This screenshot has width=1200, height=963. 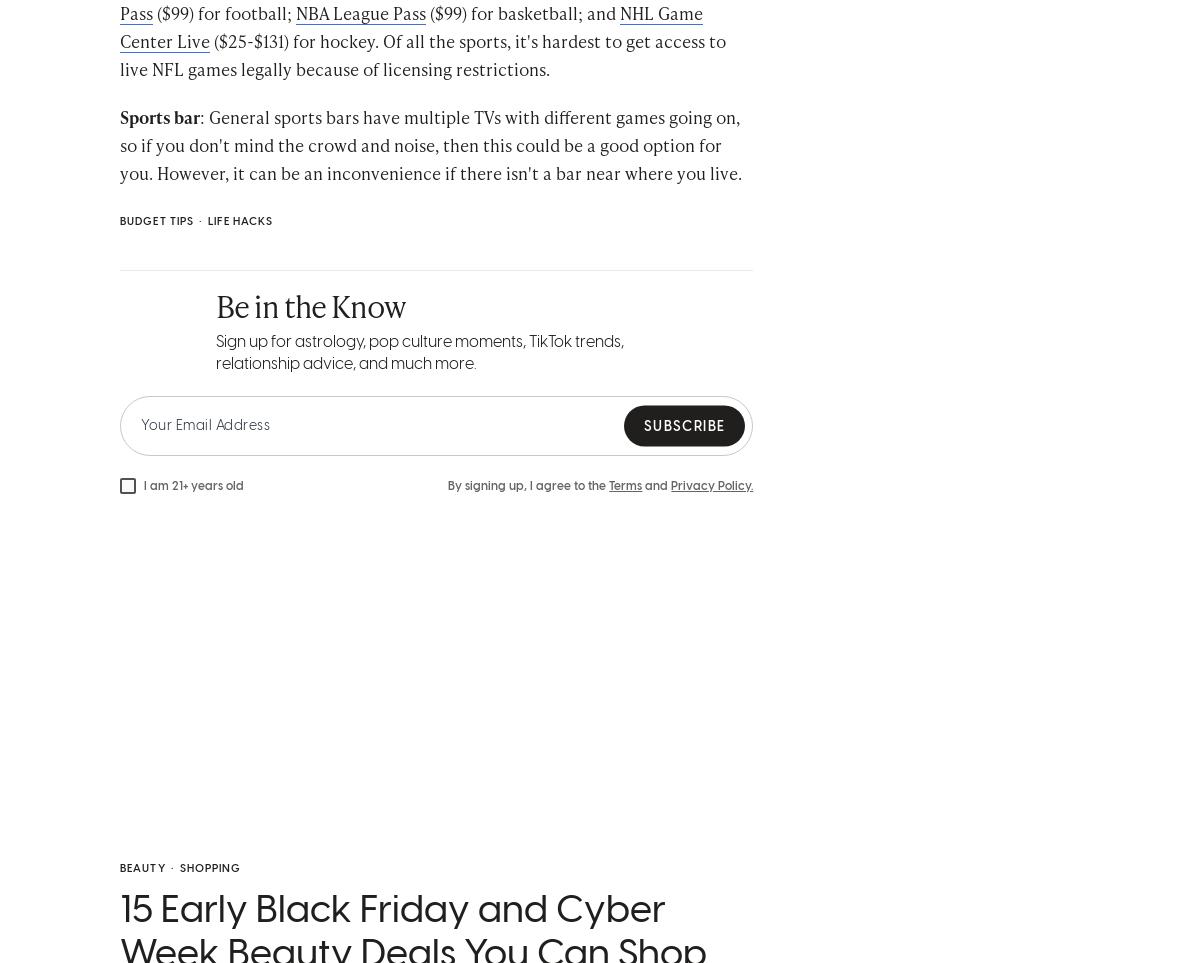 I want to click on '($99) for basketball; and', so click(x=521, y=41).